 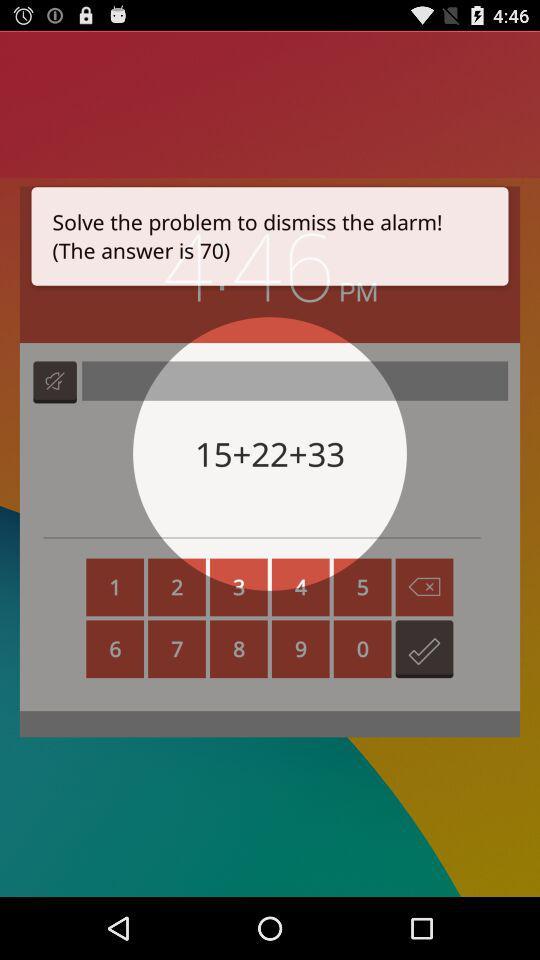 What do you see at coordinates (239, 587) in the screenshot?
I see `the button having number 3` at bounding box center [239, 587].